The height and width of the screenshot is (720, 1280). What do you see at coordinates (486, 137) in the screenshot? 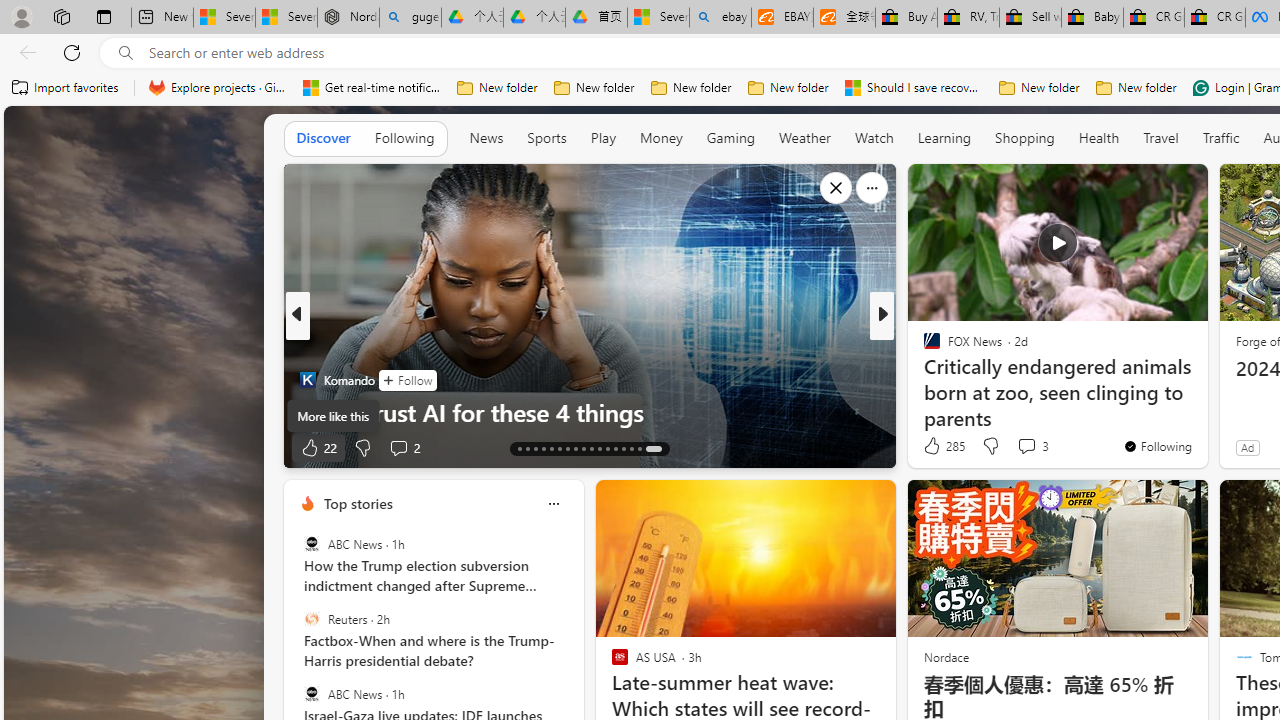
I see `'News'` at bounding box center [486, 137].